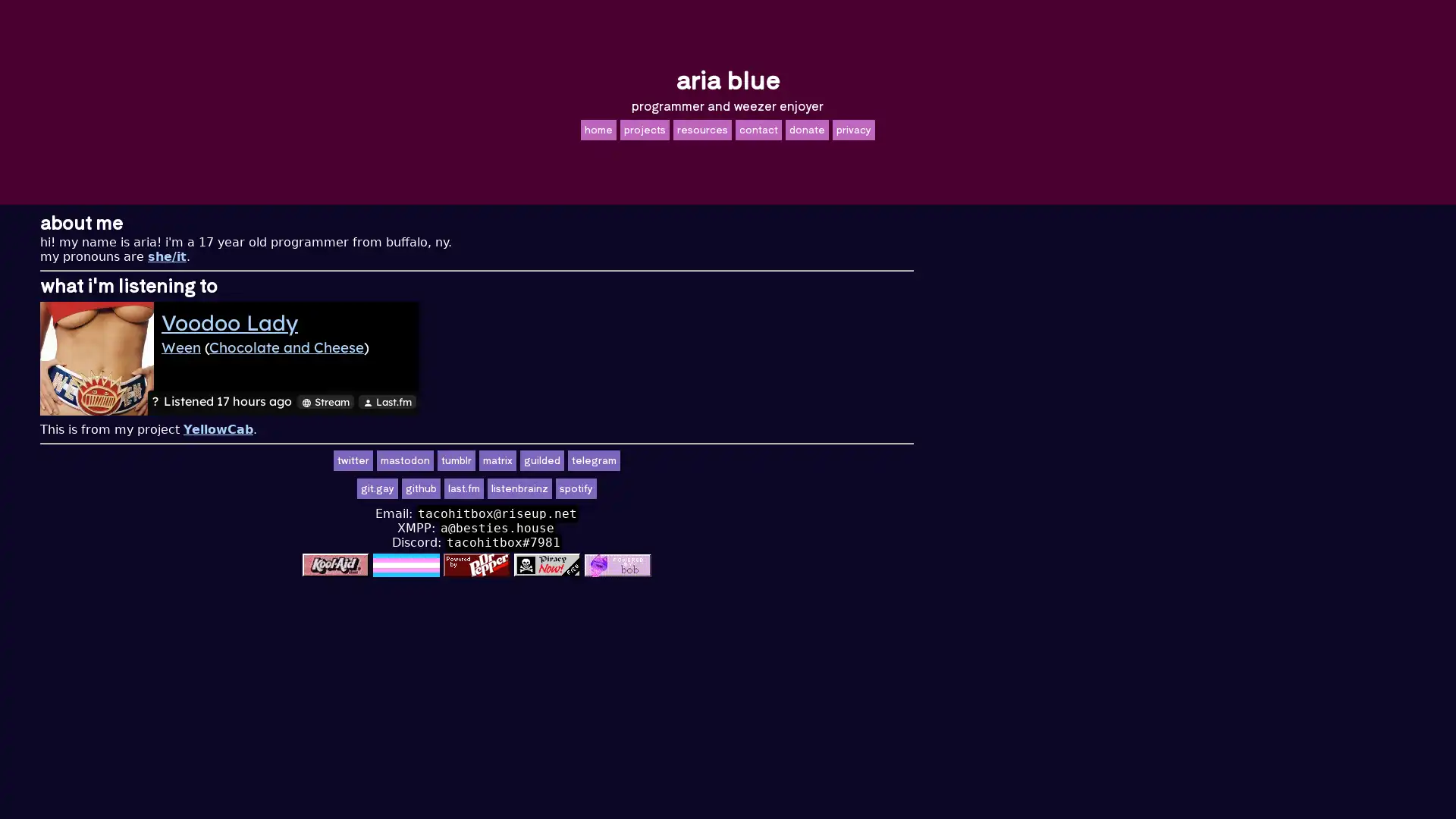 This screenshot has height=819, width=1456. Describe the element at coordinates (671, 488) in the screenshot. I see `github` at that location.